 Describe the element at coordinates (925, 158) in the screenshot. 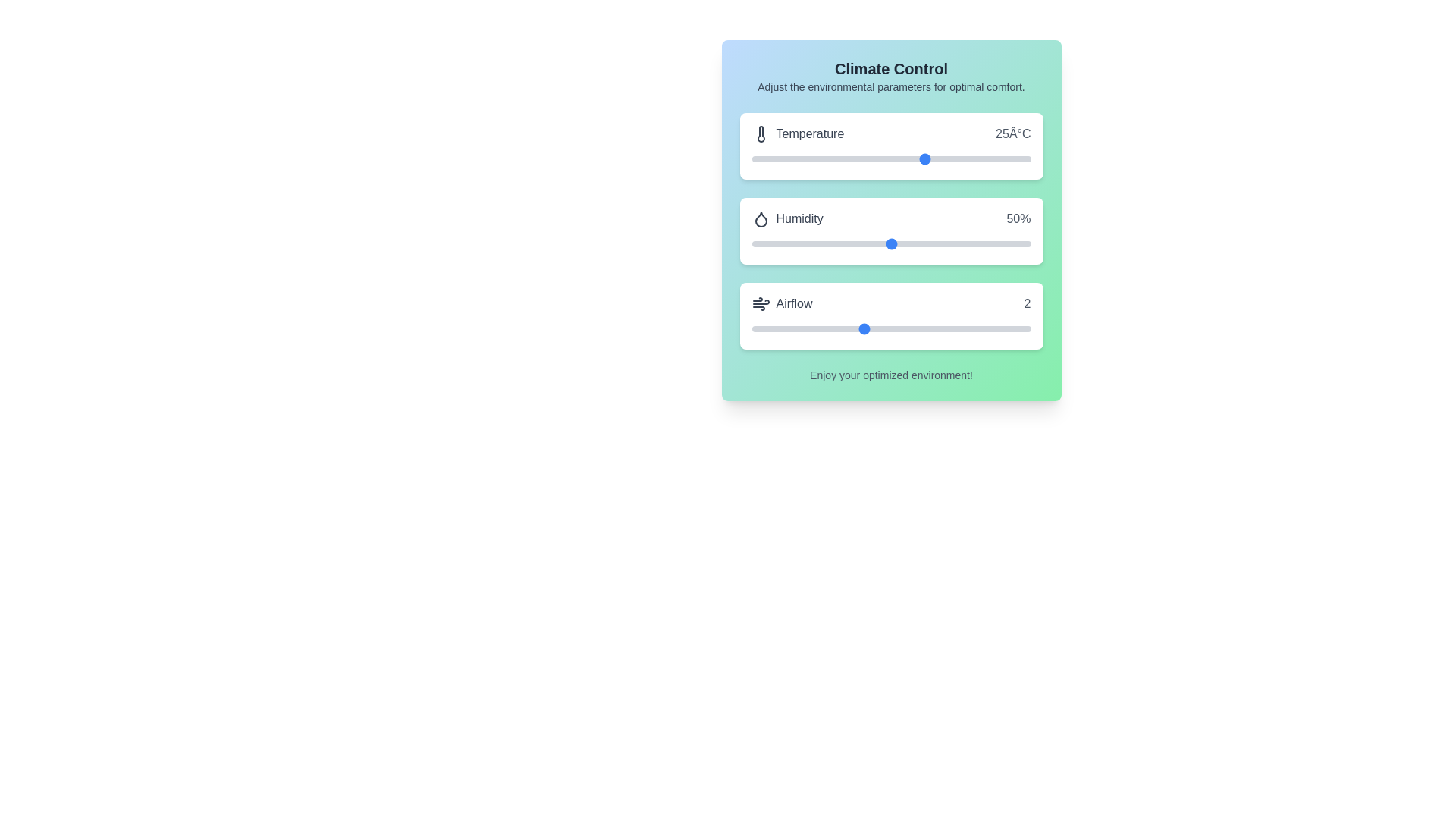

I see `the temperature slider to 25°C` at that location.